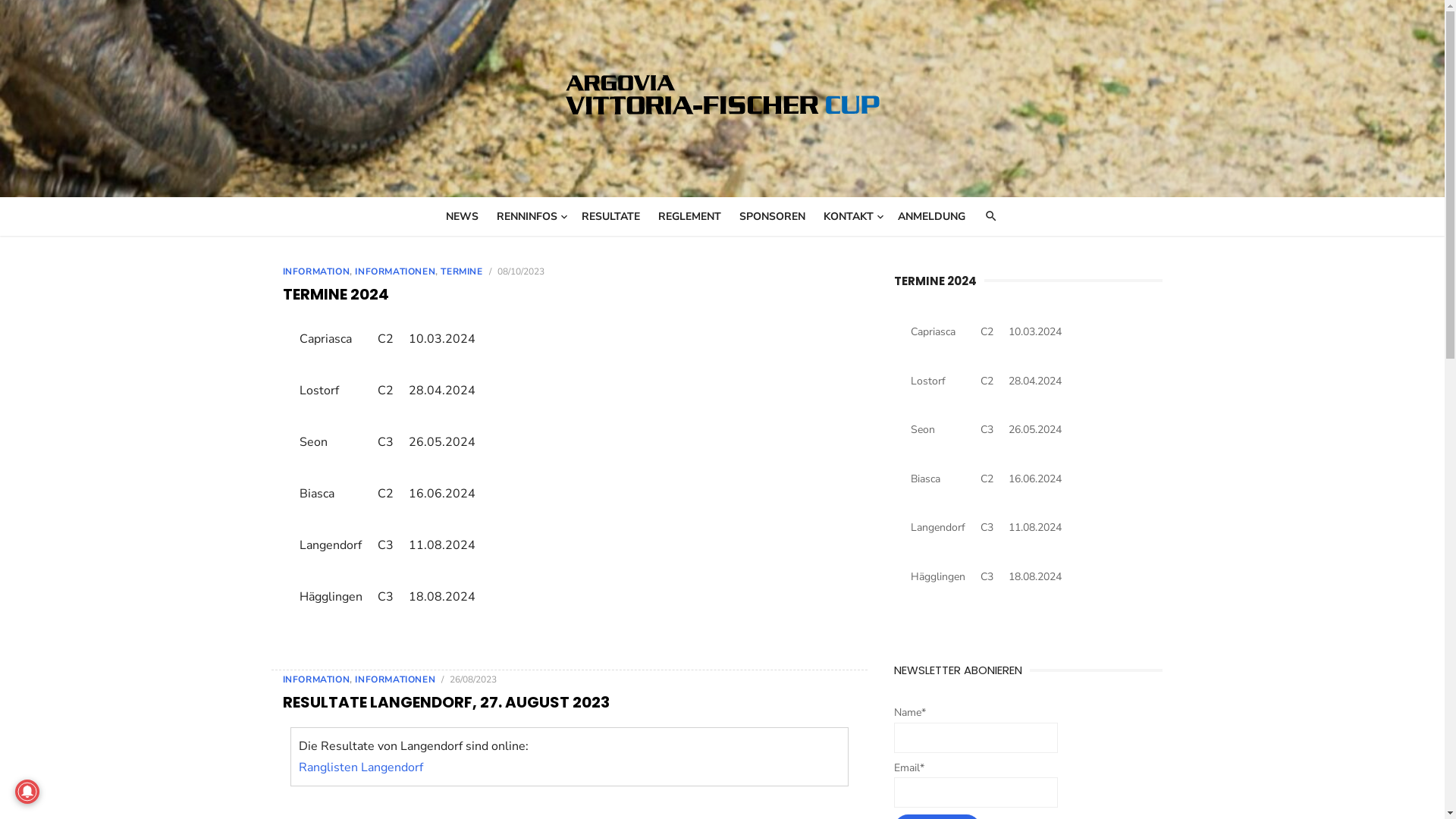 The width and height of the screenshot is (1456, 819). I want to click on 'REGLEMENT', so click(689, 216).